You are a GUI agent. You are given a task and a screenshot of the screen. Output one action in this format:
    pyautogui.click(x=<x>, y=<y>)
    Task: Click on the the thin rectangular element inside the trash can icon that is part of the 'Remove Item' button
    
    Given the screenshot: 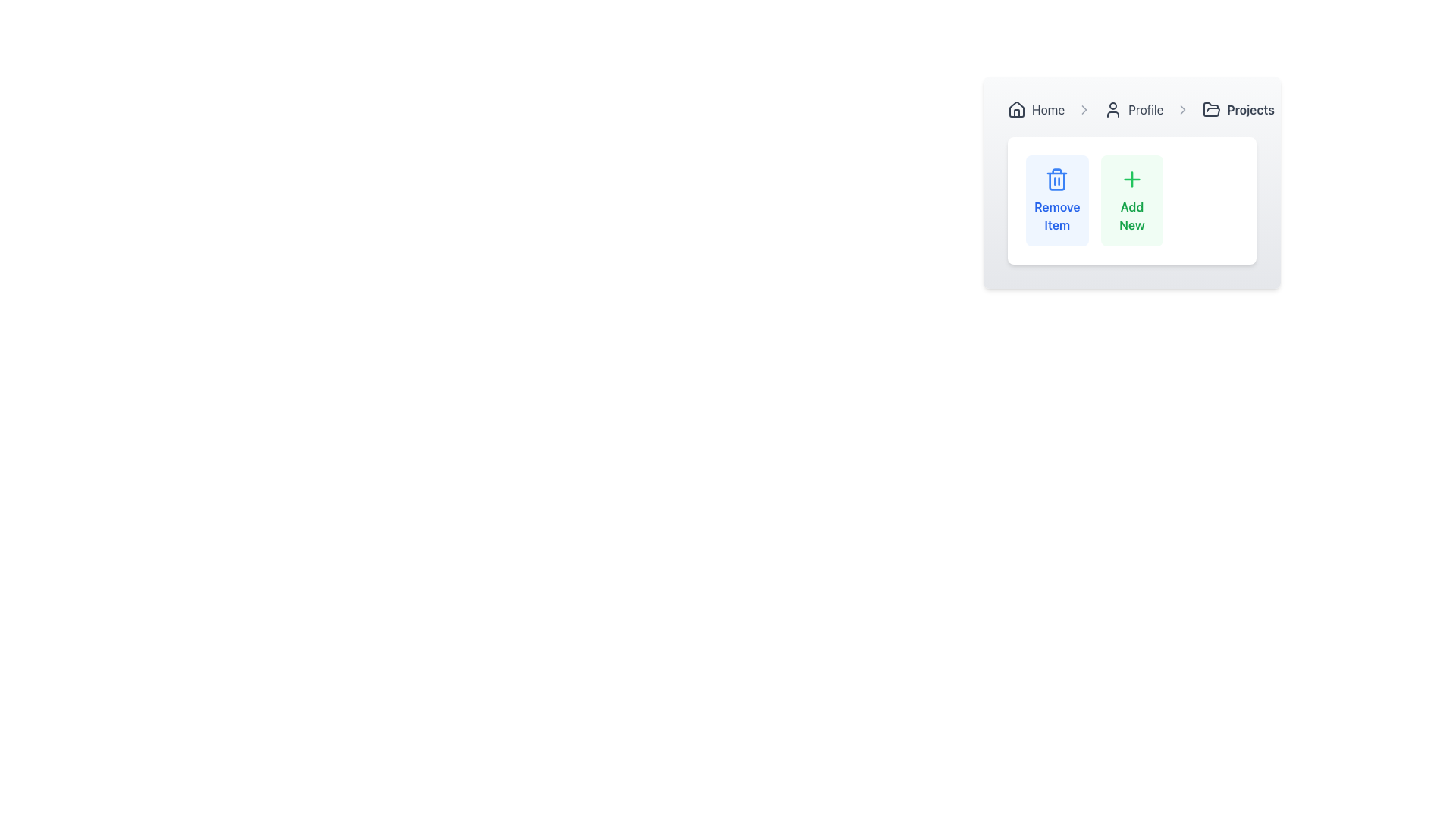 What is the action you would take?
    pyautogui.click(x=1056, y=180)
    